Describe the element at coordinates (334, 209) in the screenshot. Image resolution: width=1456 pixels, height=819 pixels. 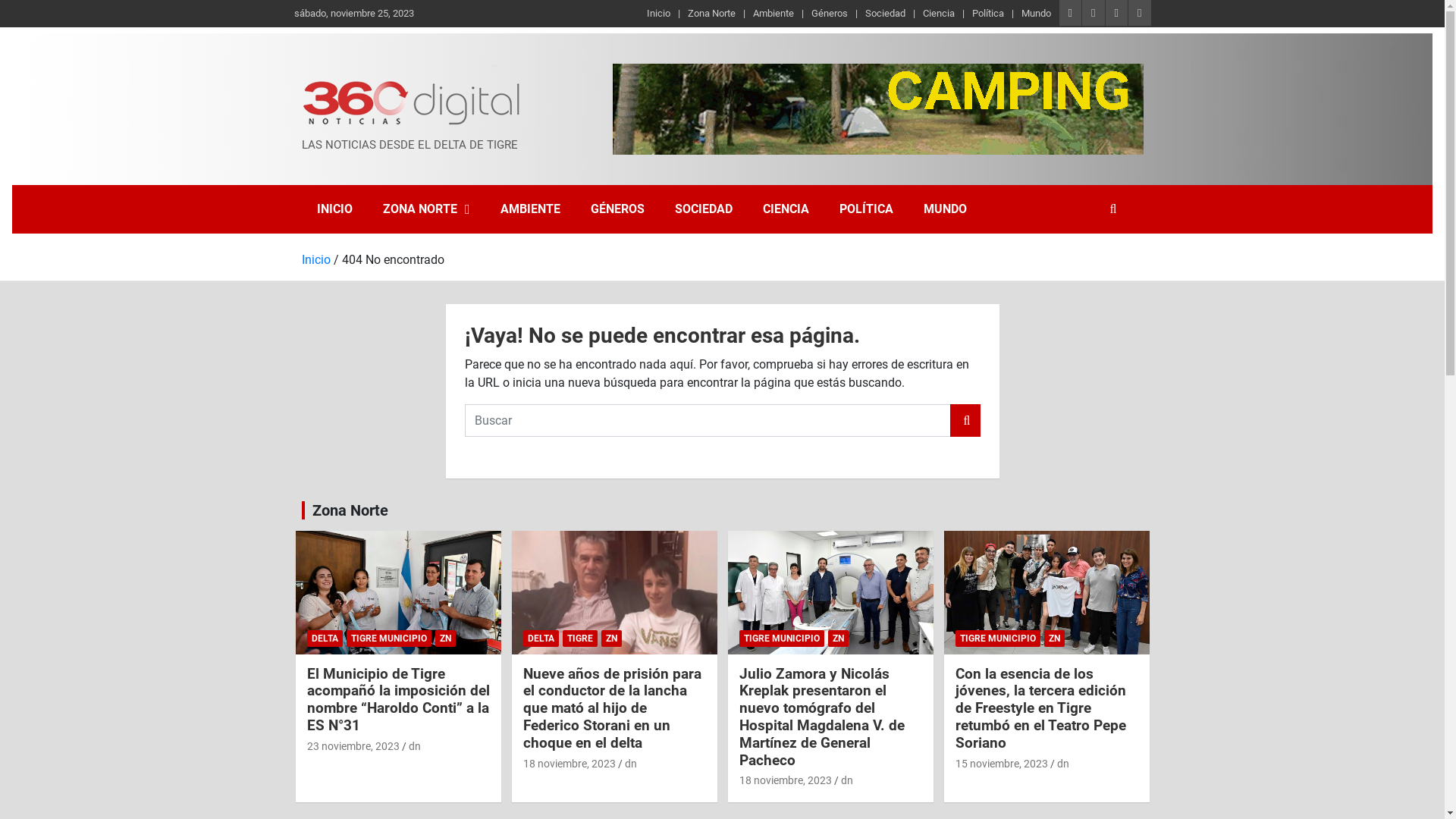
I see `'INICIO'` at that location.